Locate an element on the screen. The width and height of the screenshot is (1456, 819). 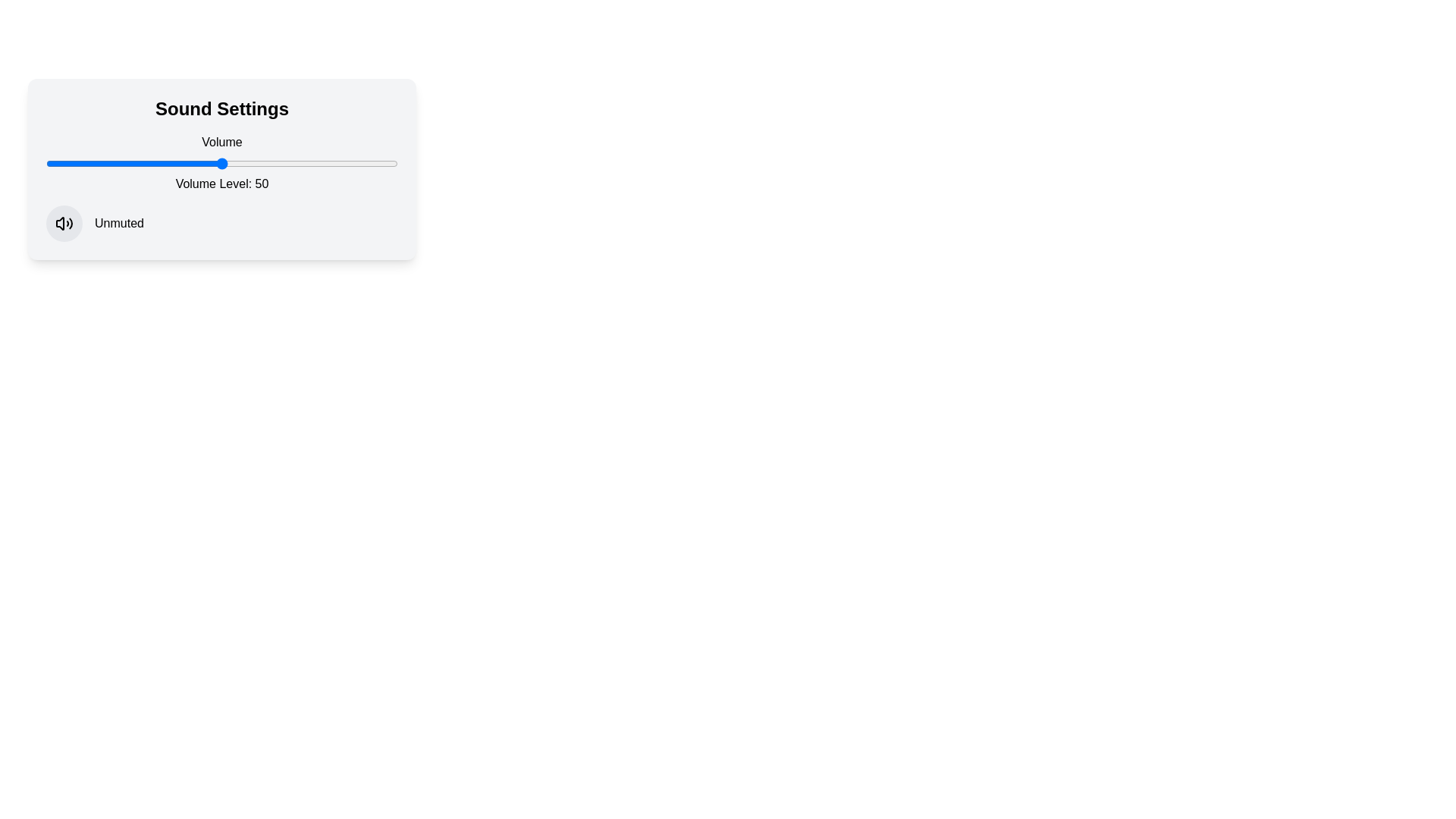
the volume is located at coordinates (239, 164).